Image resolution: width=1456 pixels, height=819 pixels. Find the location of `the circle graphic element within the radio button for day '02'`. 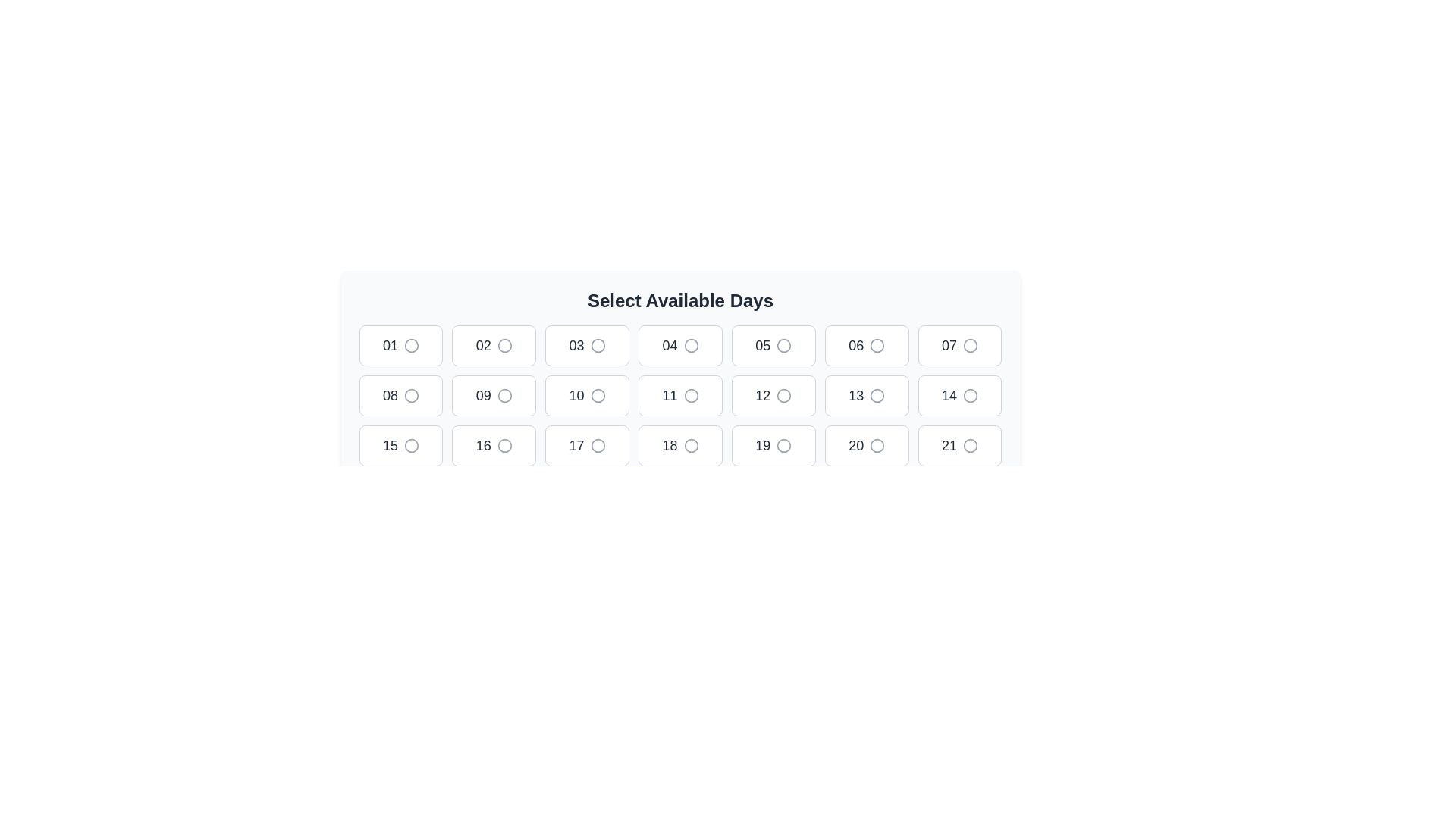

the circle graphic element within the radio button for day '02' is located at coordinates (504, 345).